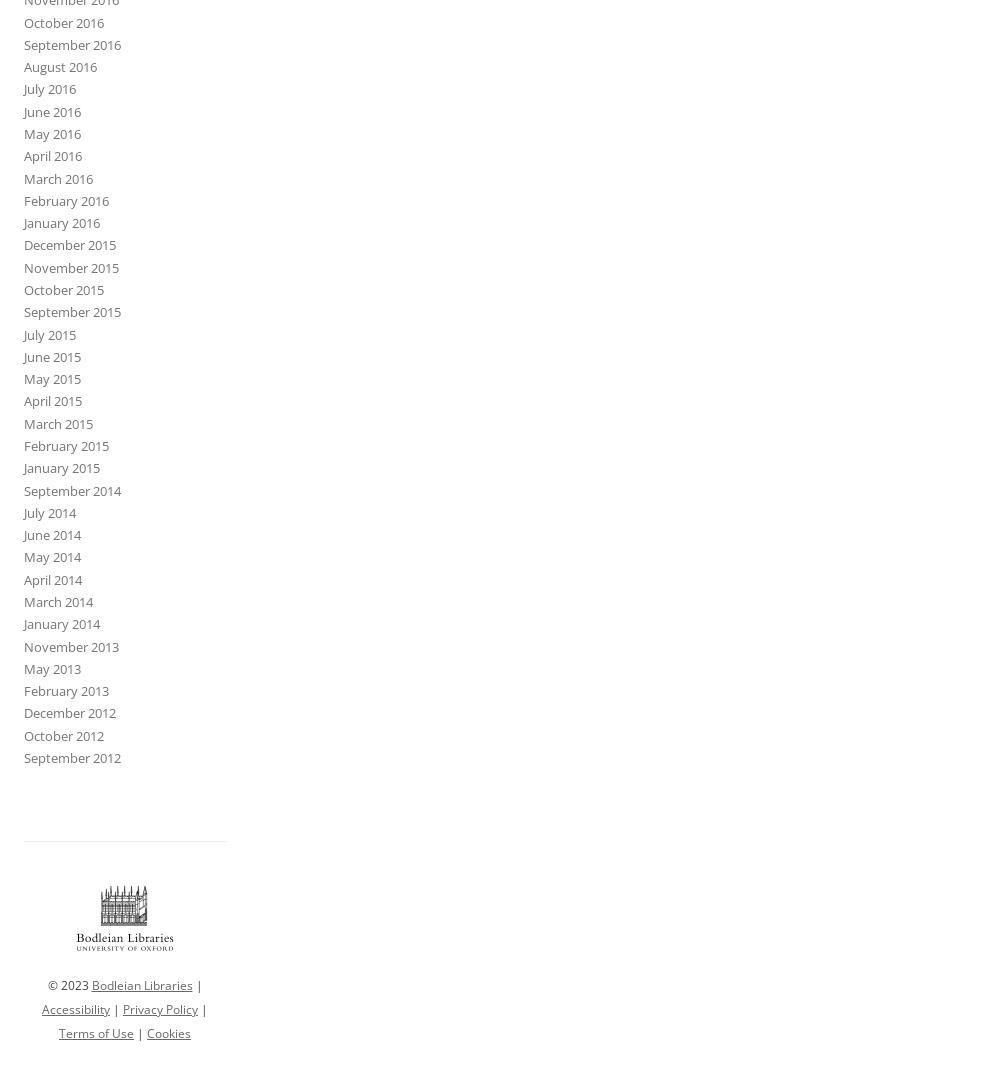 Image resolution: width=1008 pixels, height=1065 pixels. I want to click on 'September 2014', so click(72, 489).